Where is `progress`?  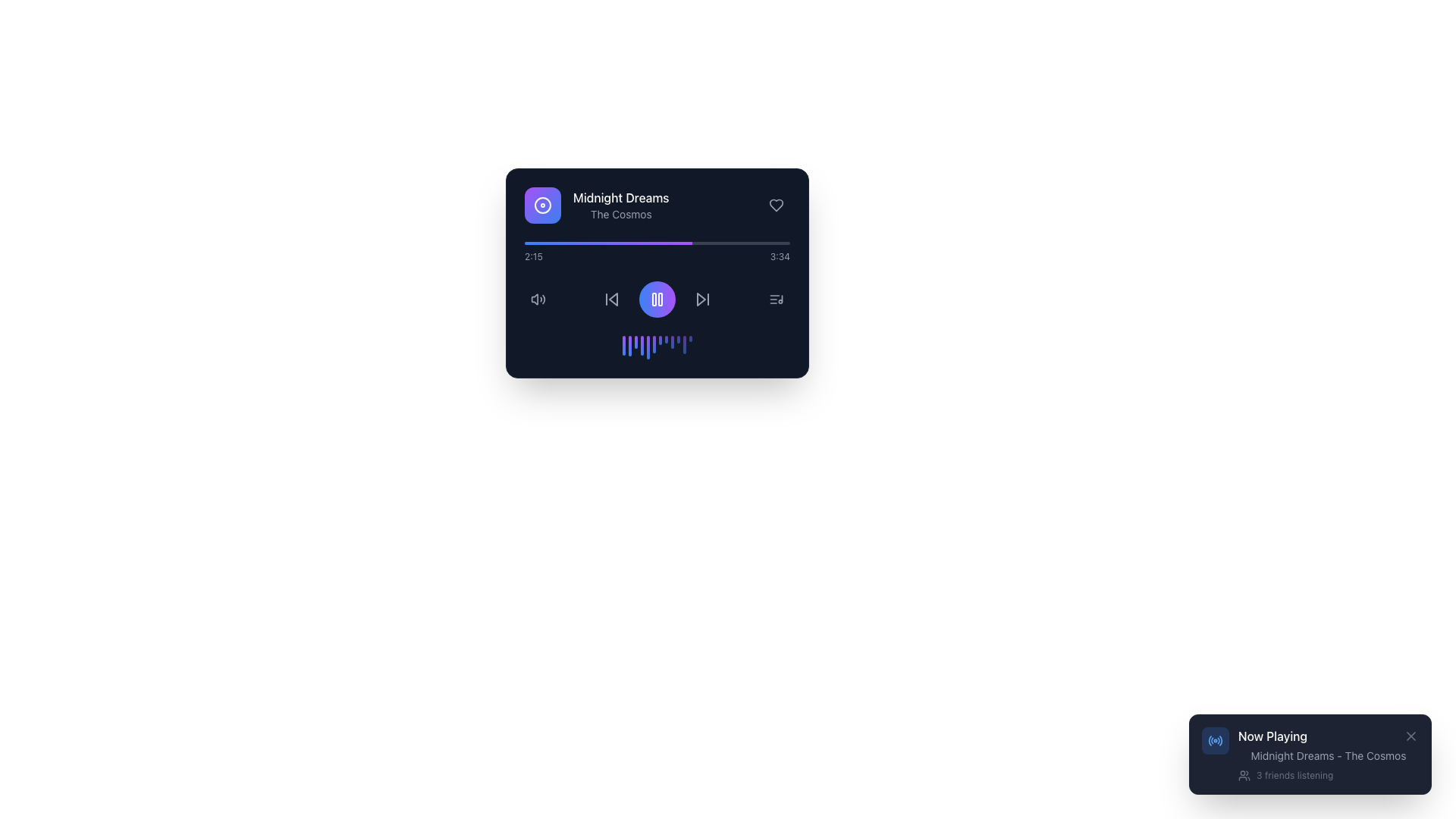 progress is located at coordinates (657, 242).